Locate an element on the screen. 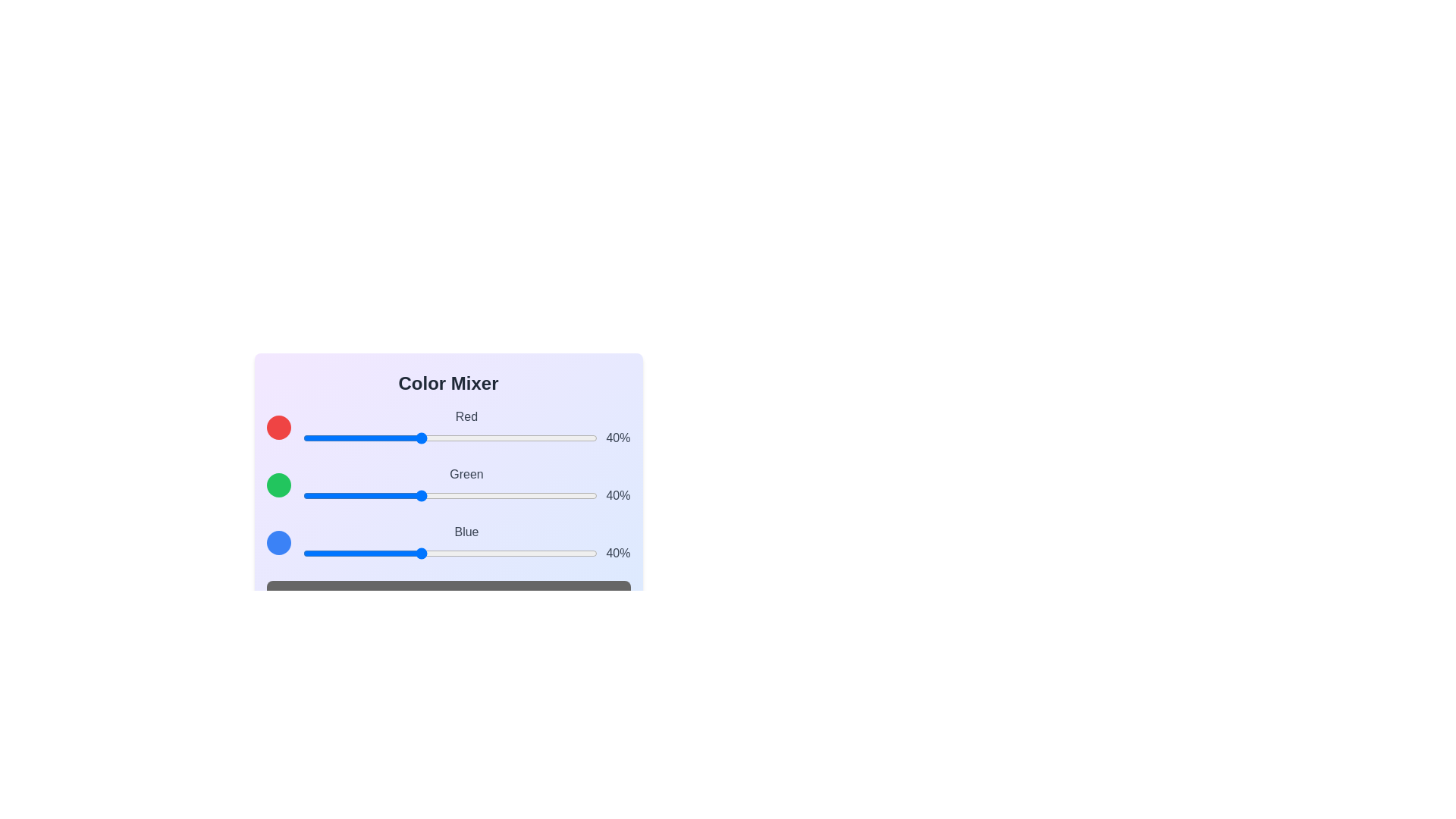  the red color preview circle is located at coordinates (278, 427).